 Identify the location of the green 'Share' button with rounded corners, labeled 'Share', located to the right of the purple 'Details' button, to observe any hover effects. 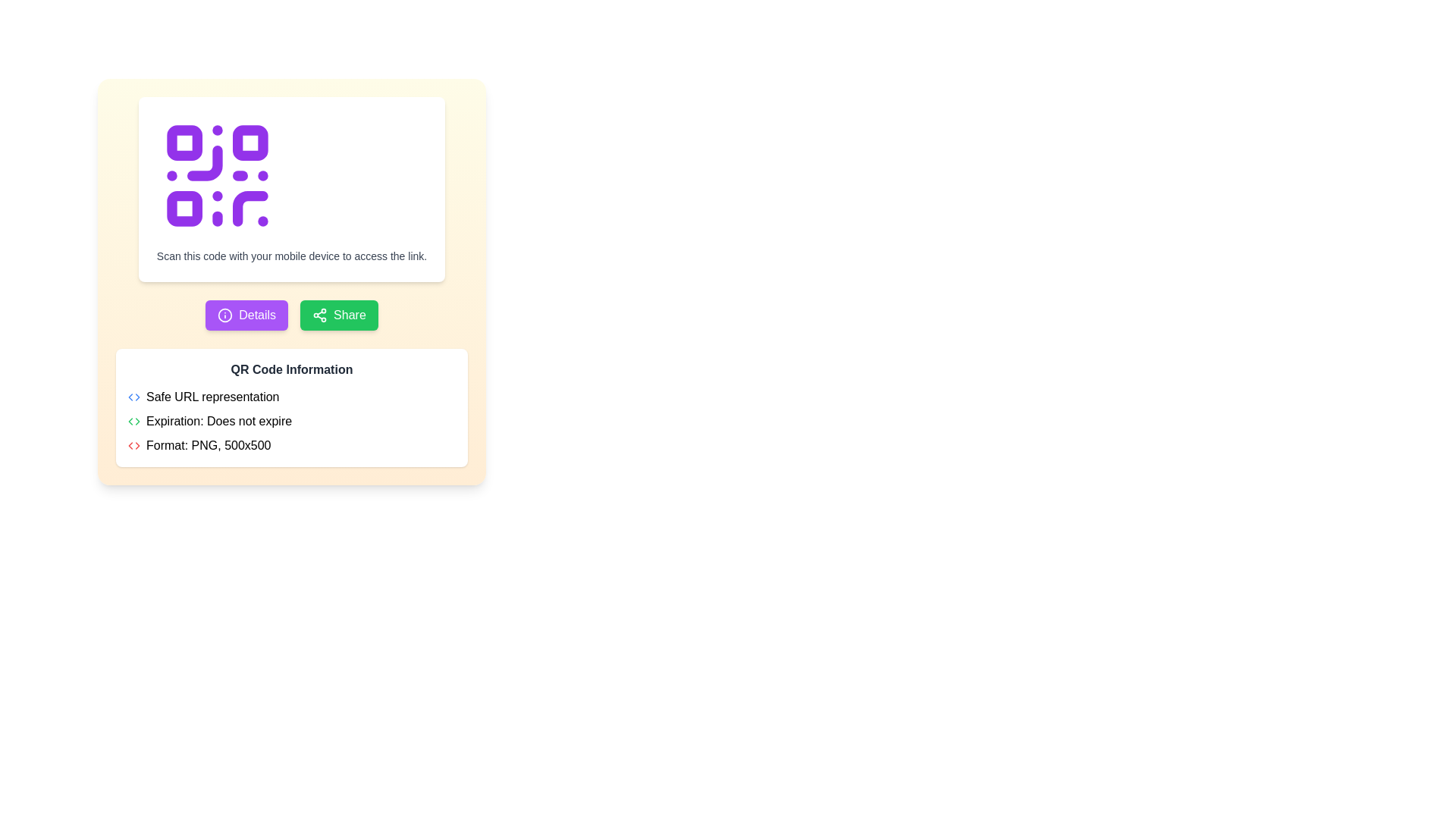
(338, 315).